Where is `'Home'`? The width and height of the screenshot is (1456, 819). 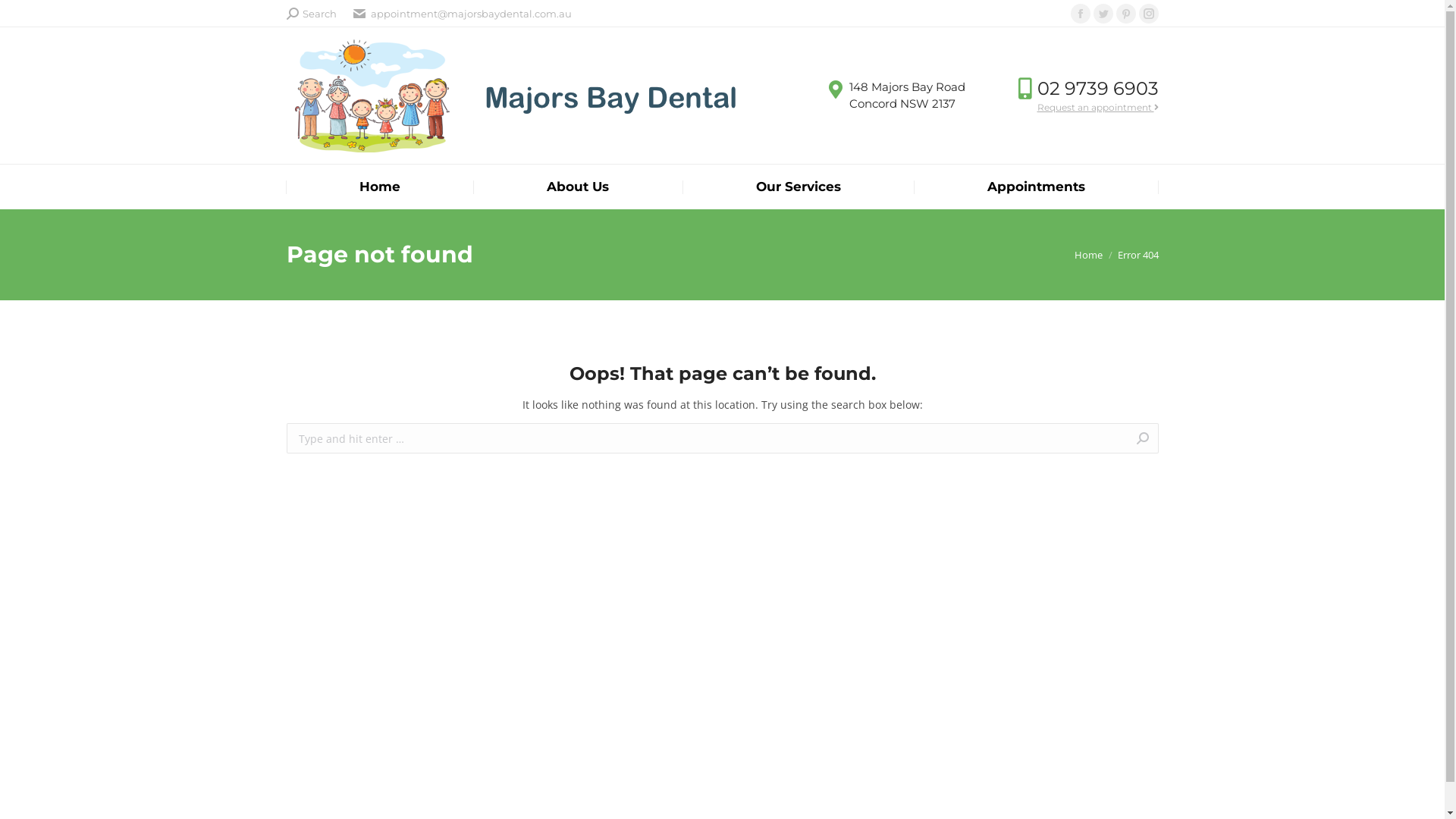
'Home' is located at coordinates (379, 186).